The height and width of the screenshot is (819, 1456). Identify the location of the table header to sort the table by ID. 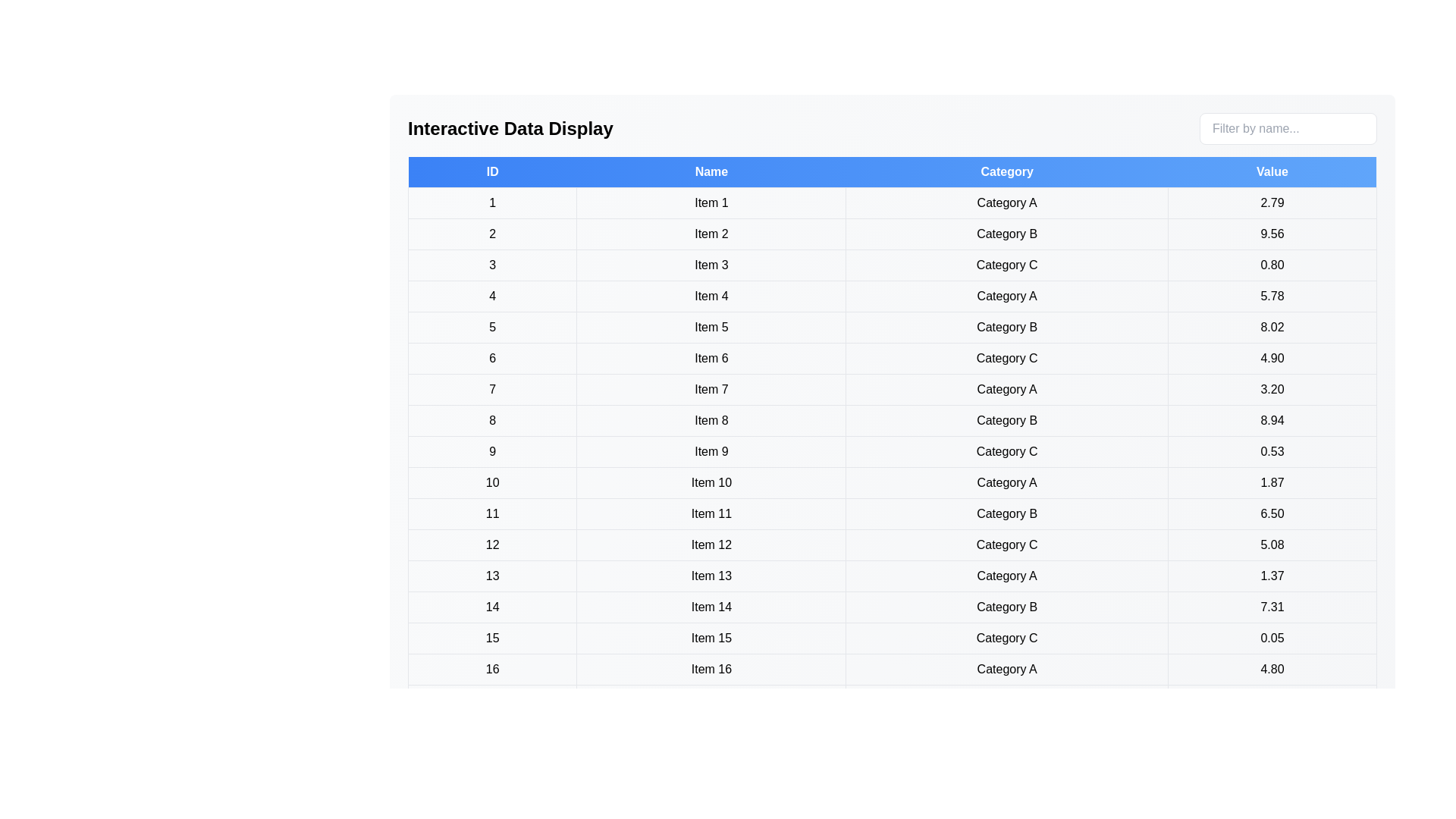
(492, 171).